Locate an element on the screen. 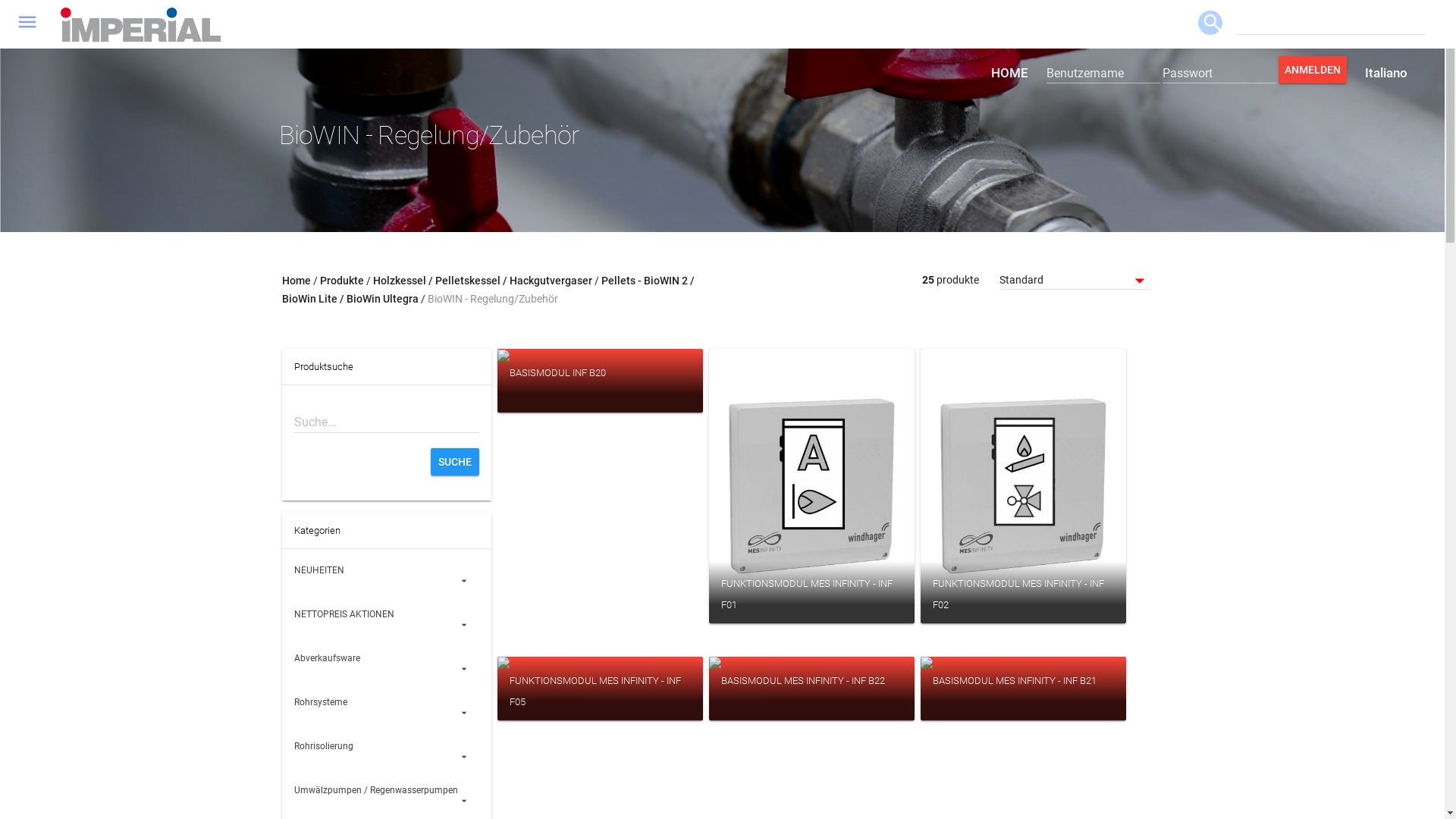  'Windhager FUNKTIONSMODUL MES INFINITY - INF F02' is located at coordinates (1023, 485).